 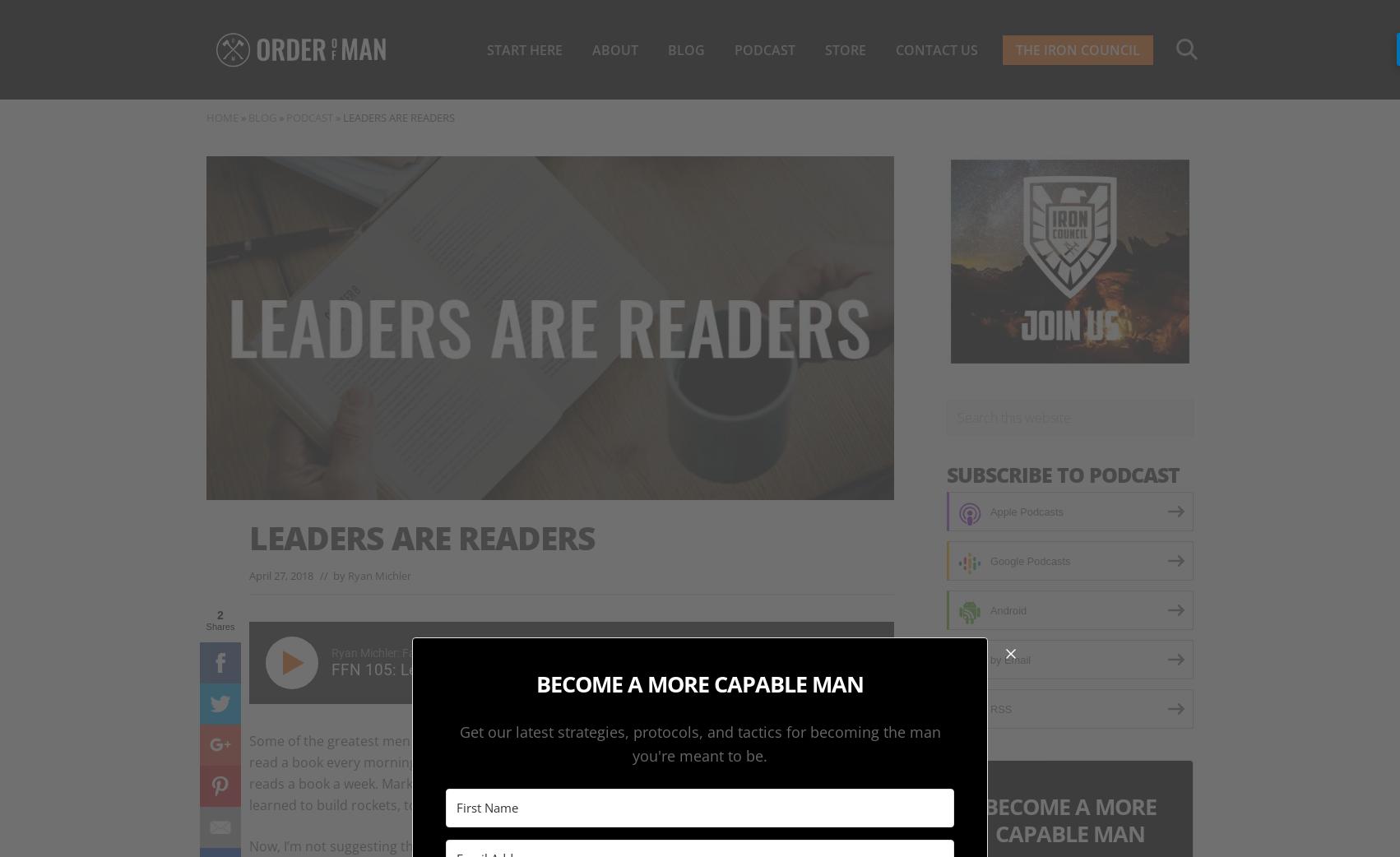 What do you see at coordinates (1077, 49) in the screenshot?
I see `'The Iron Council'` at bounding box center [1077, 49].